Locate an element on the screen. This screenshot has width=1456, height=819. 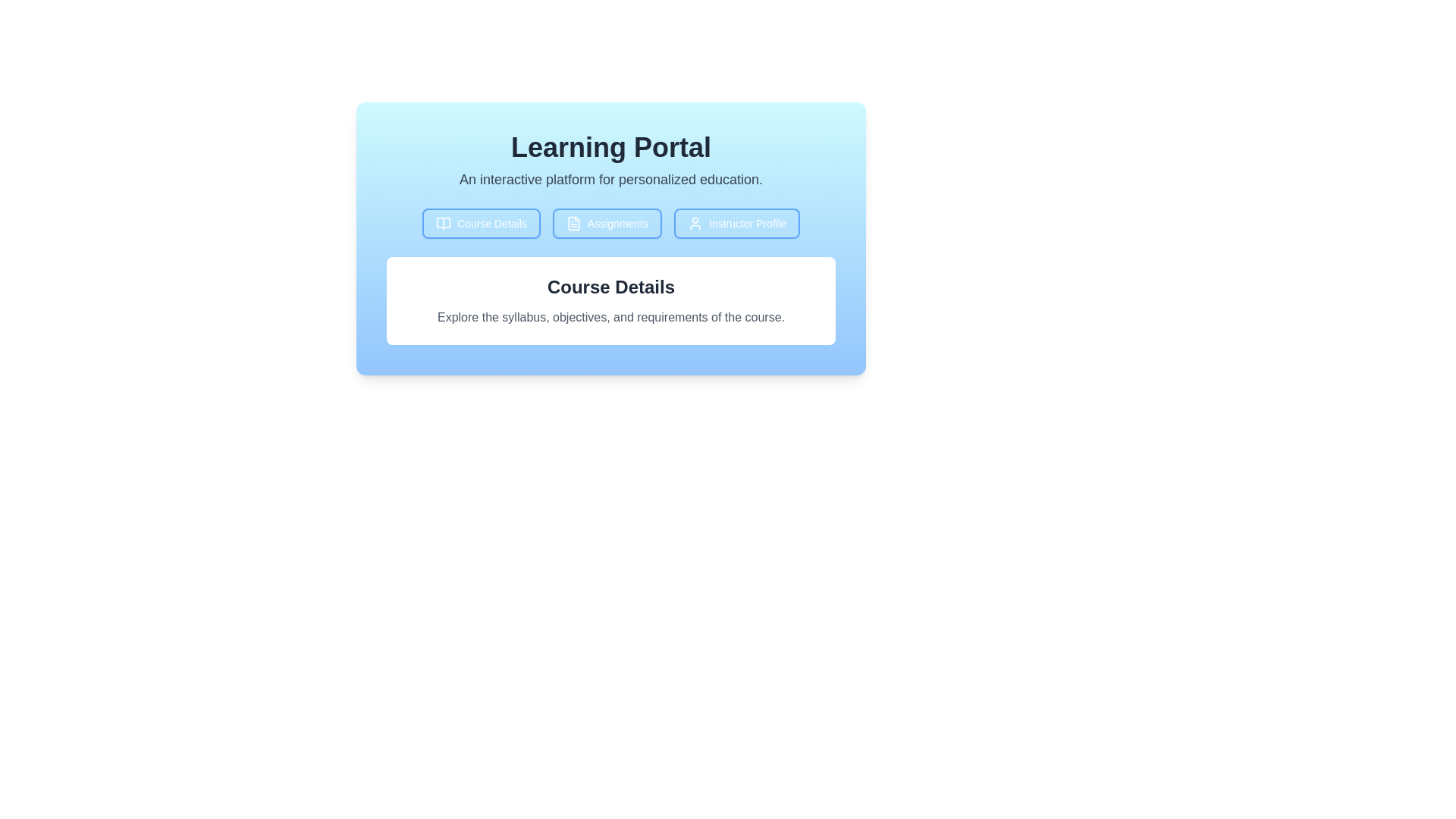
the Course Details tab is located at coordinates (480, 223).